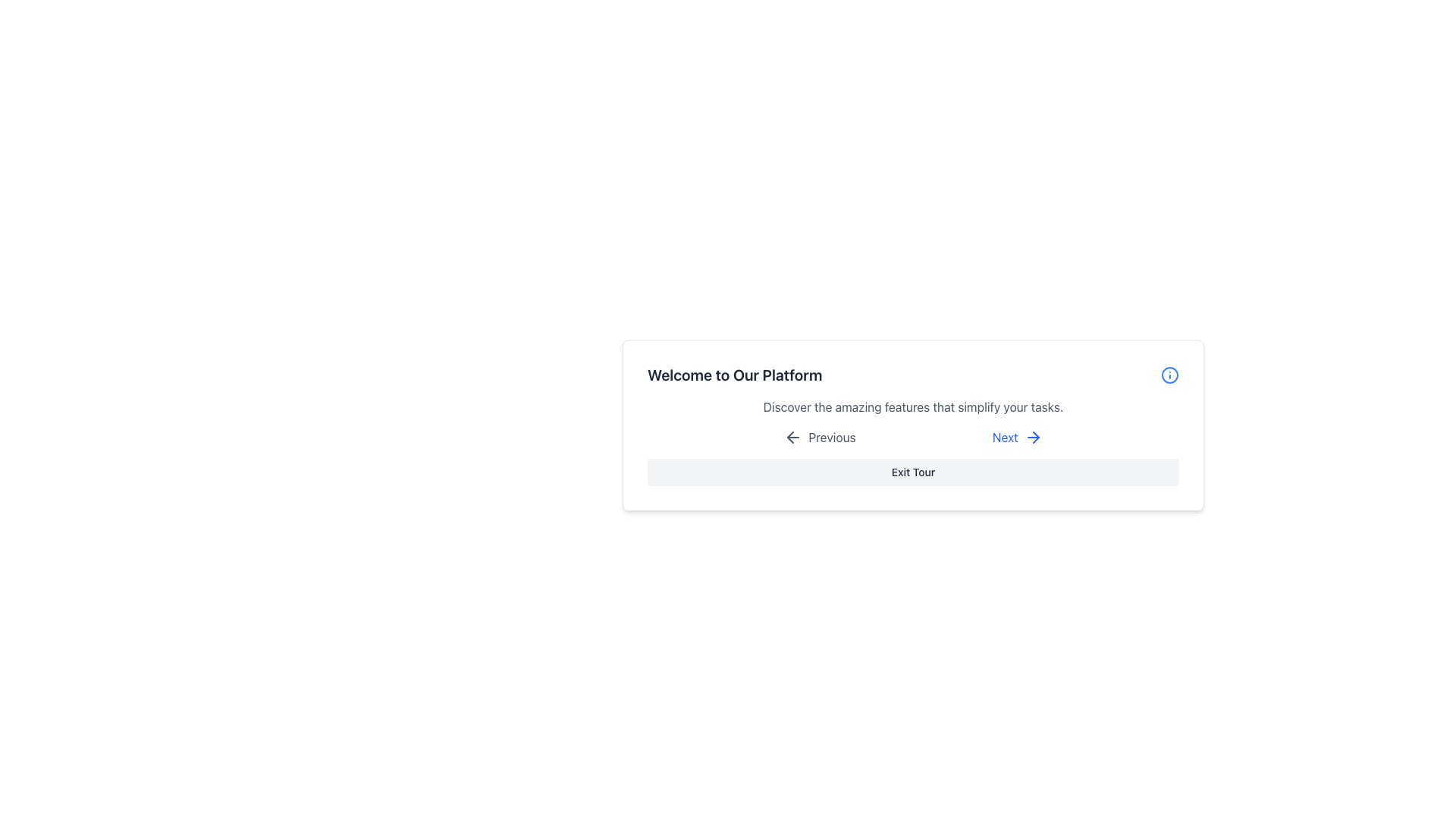 This screenshot has height=819, width=1456. I want to click on text from the navigation label that indicates the function to navigate to the previous step in the sequence, located in the navigation bar below the main content of the modal window, immediately to the right of the left-pointing arrow icon, so click(831, 438).